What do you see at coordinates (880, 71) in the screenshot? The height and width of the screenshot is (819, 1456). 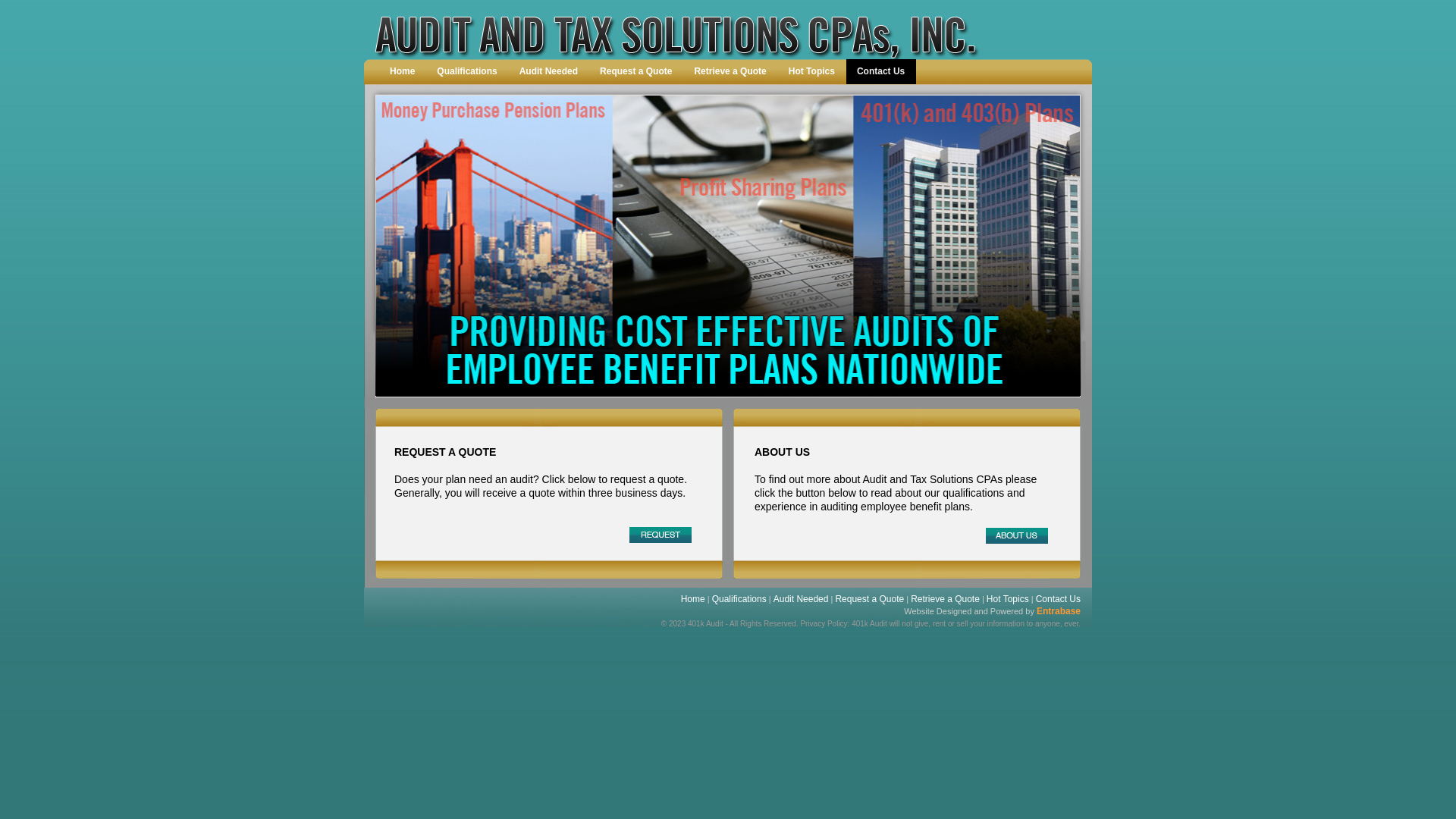 I see `'Contact Us'` at bounding box center [880, 71].